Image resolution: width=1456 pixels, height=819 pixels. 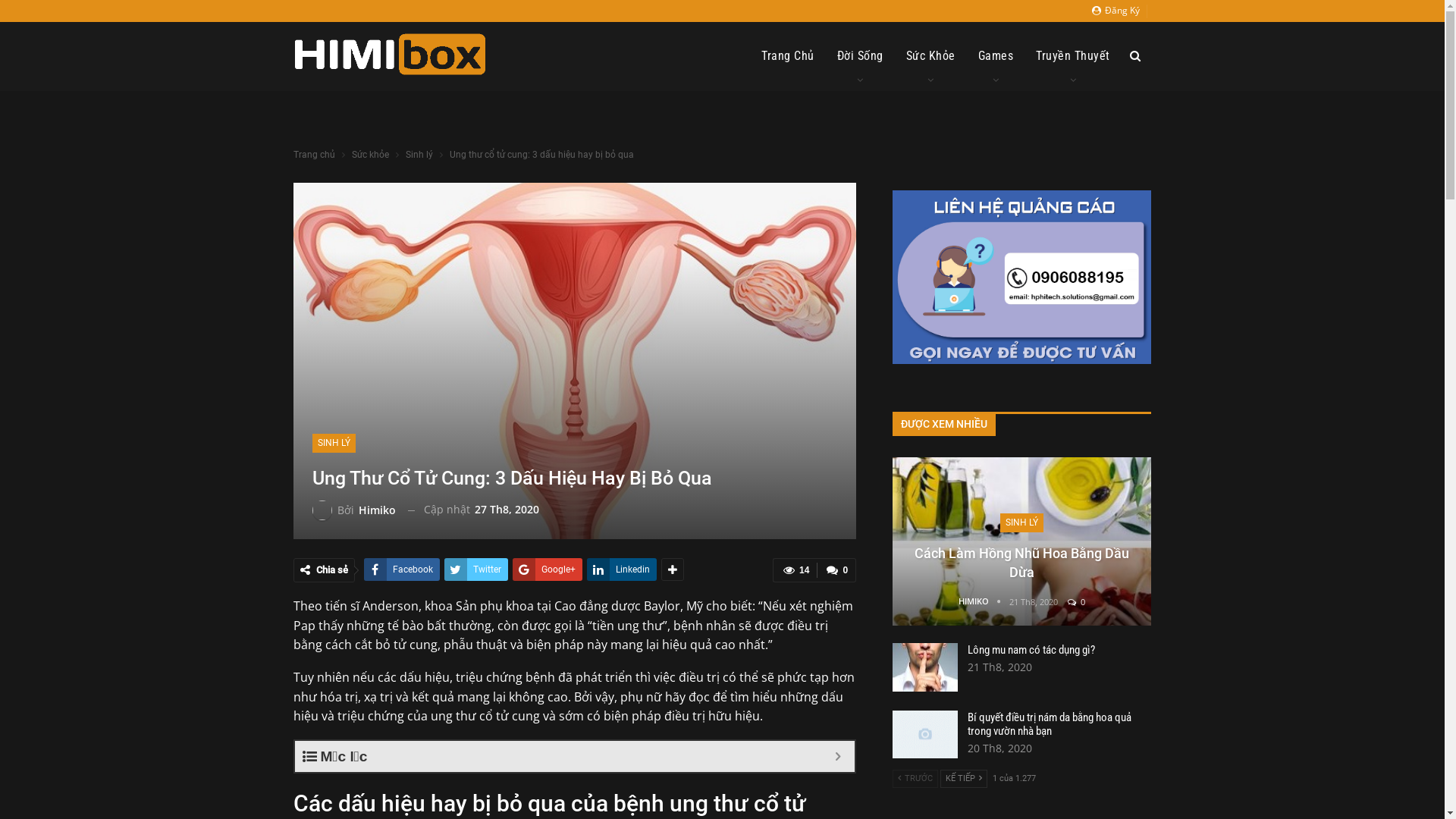 I want to click on 'Linkedin', so click(x=622, y=570).